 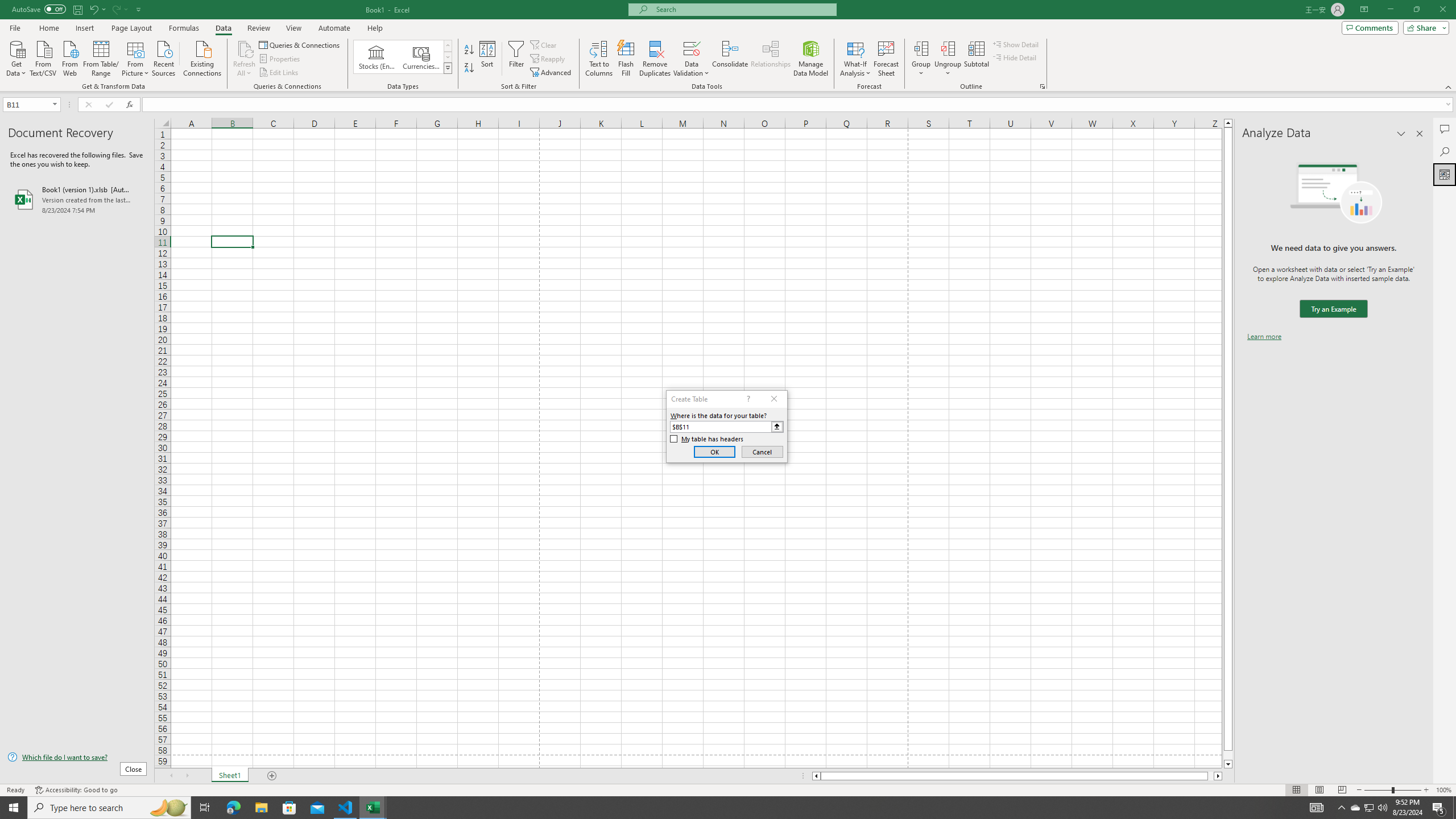 What do you see at coordinates (487, 59) in the screenshot?
I see `'Sort...'` at bounding box center [487, 59].